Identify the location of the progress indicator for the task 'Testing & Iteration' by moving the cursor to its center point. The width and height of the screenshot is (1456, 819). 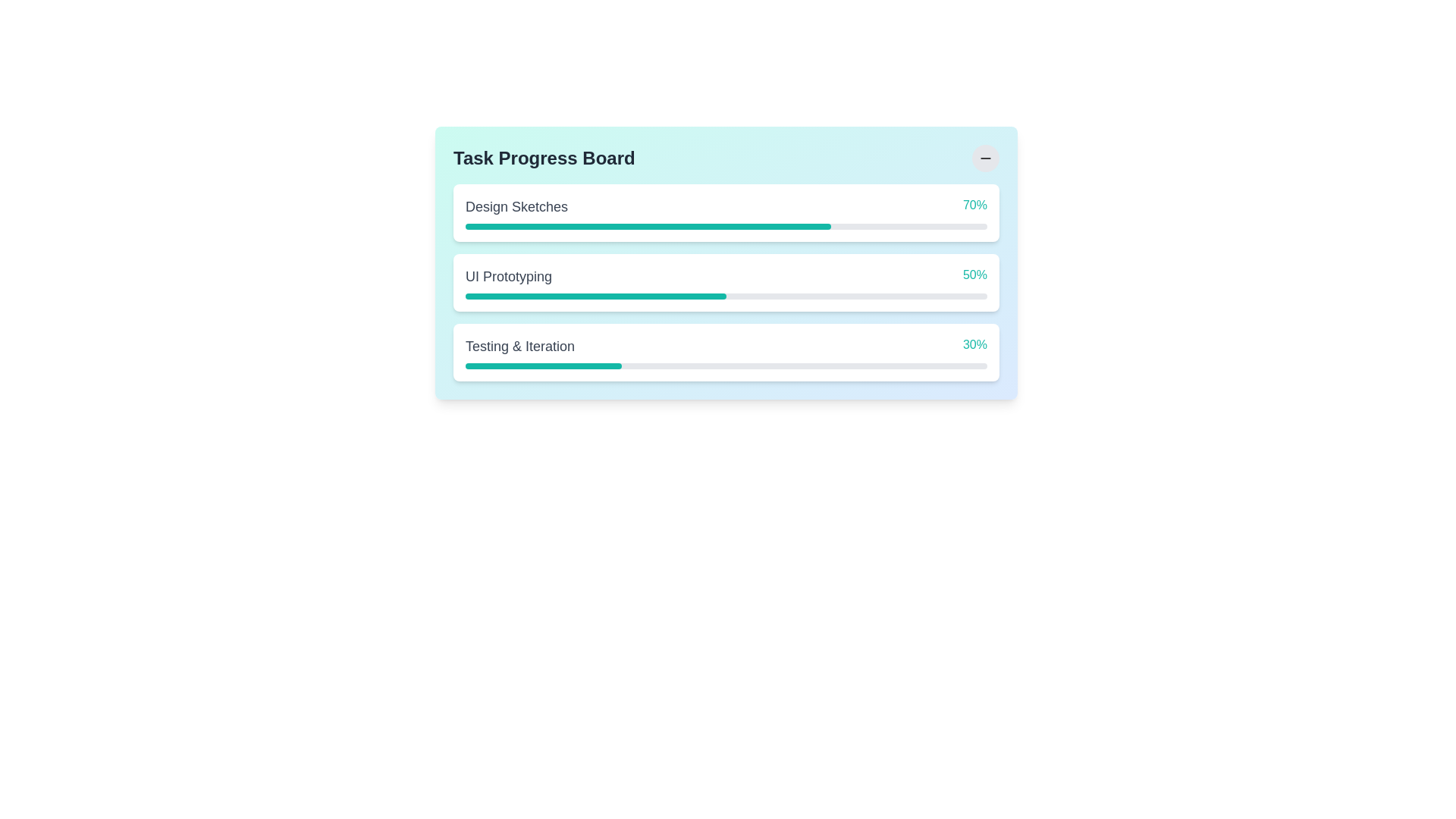
(726, 353).